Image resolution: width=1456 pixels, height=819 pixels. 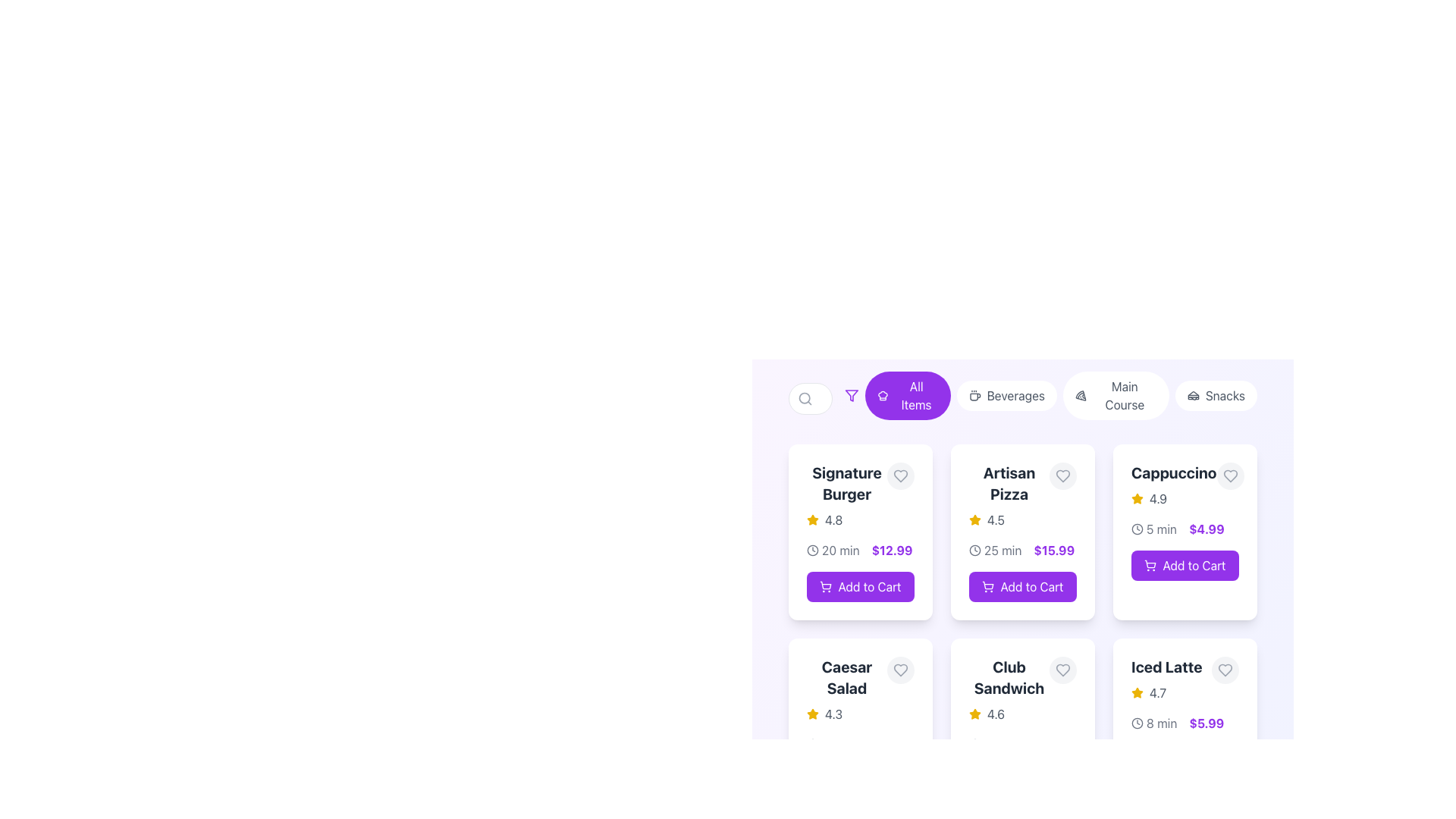 I want to click on the star rating icon located in the second row, first column of the grid, which is styled as an SVG element, so click(x=811, y=519).